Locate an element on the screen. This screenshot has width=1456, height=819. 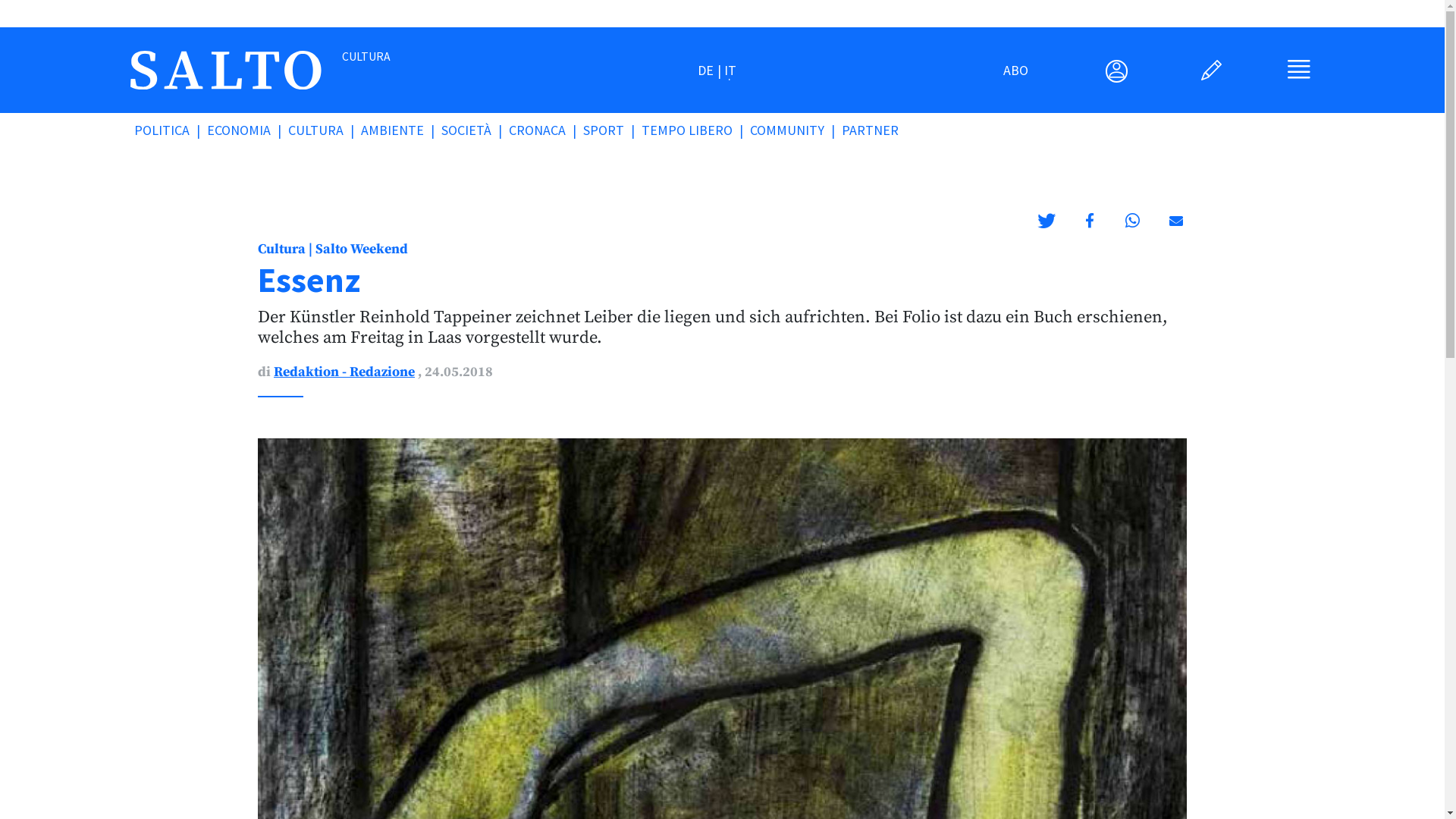
'Condividi su Facebook' is located at coordinates (1077, 219).